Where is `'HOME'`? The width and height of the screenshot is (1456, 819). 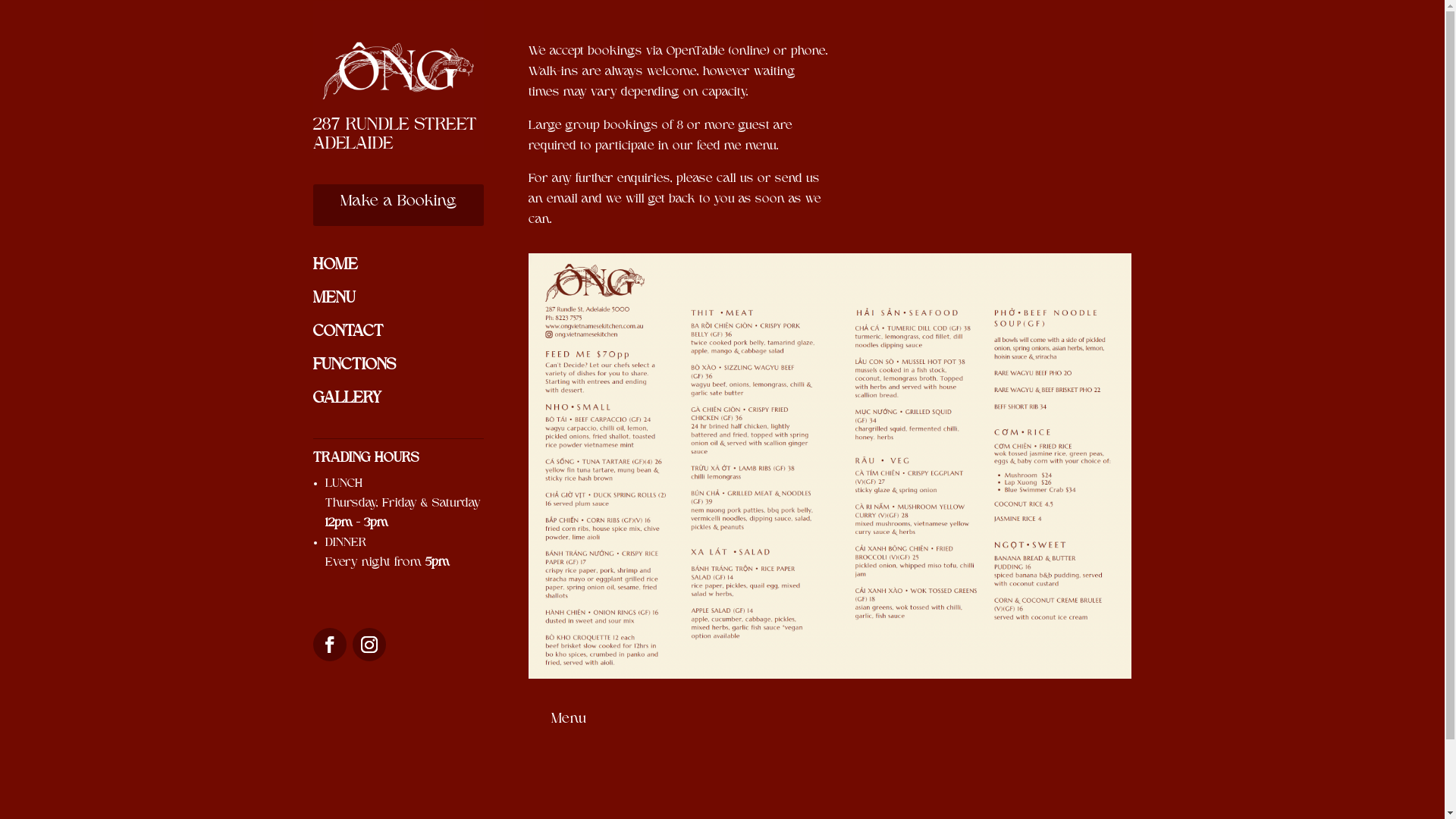
'HOME' is located at coordinates (312, 264).